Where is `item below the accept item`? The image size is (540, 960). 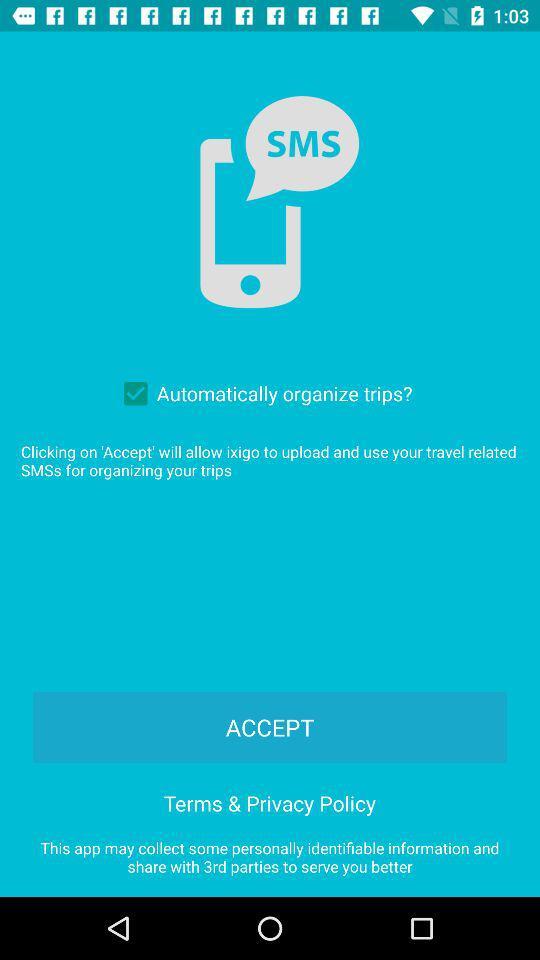
item below the accept item is located at coordinates (270, 800).